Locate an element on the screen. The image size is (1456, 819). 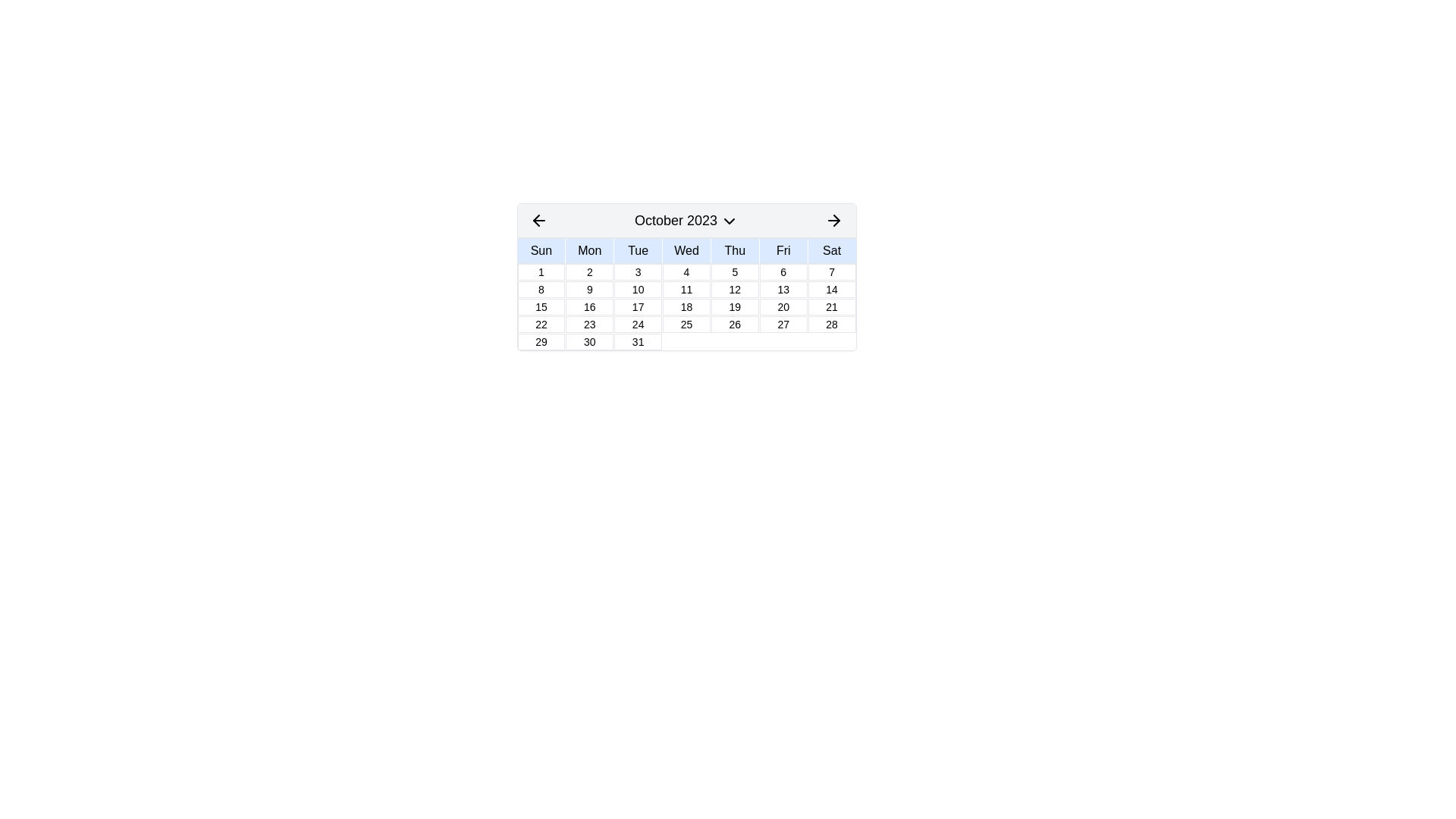
the Text Label indicating 'Wed' in the calendar header, which is the fourth element in a row of day abbreviations is located at coordinates (686, 250).